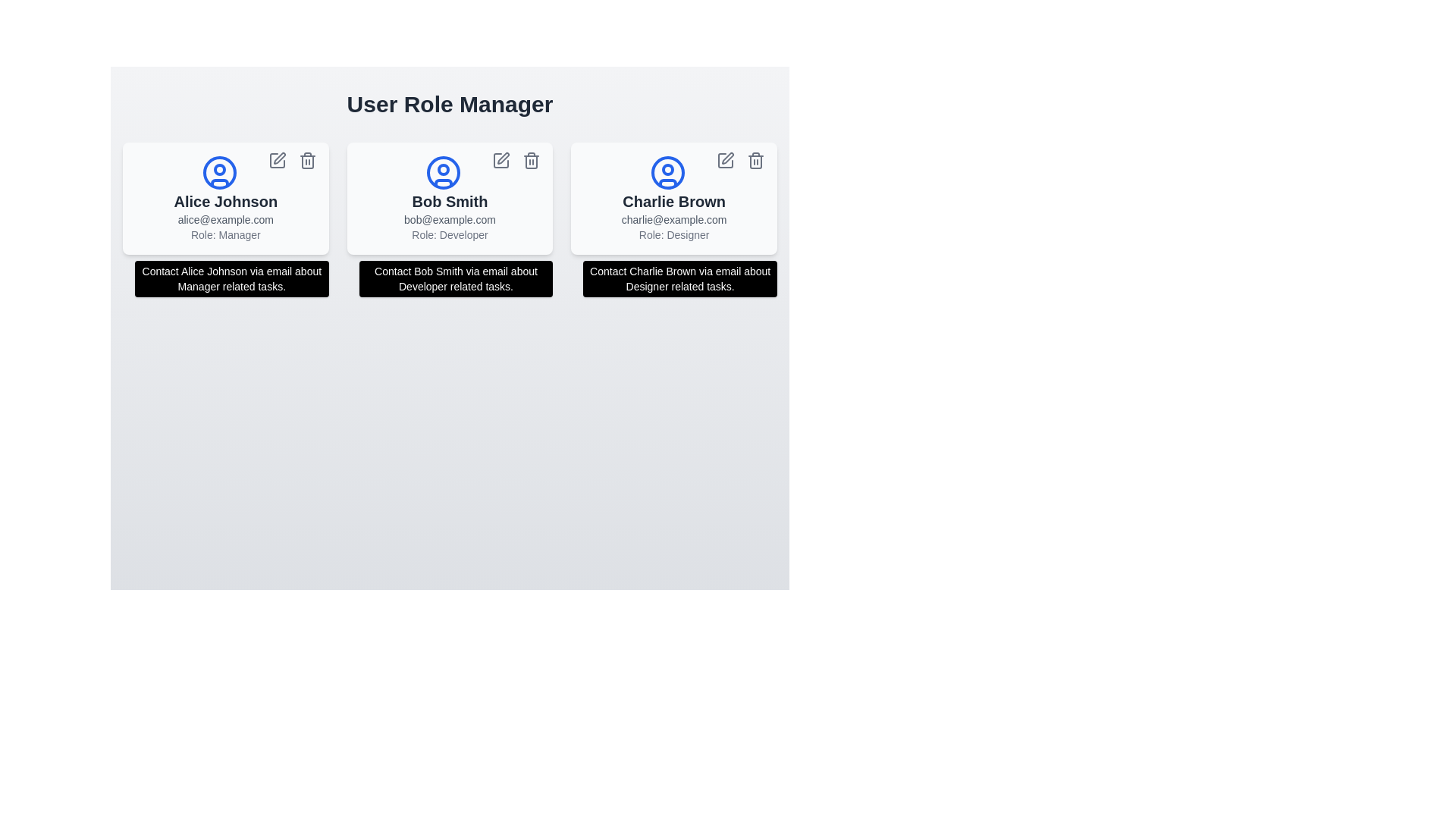  What do you see at coordinates (449, 201) in the screenshot?
I see `the text header labeled 'Bob Smith'` at bounding box center [449, 201].